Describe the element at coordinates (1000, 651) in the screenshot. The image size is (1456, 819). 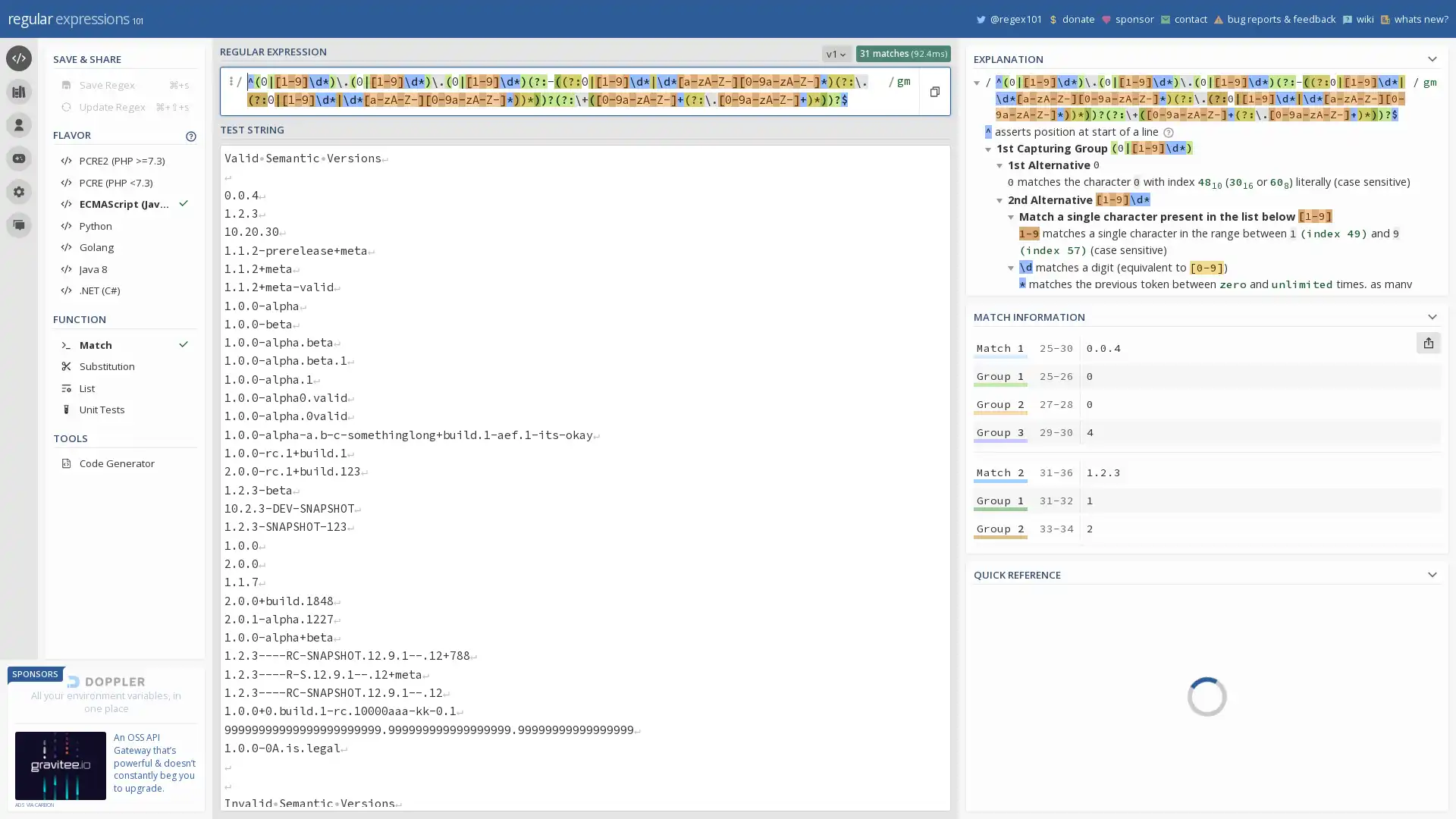
I see `Group 2` at that location.